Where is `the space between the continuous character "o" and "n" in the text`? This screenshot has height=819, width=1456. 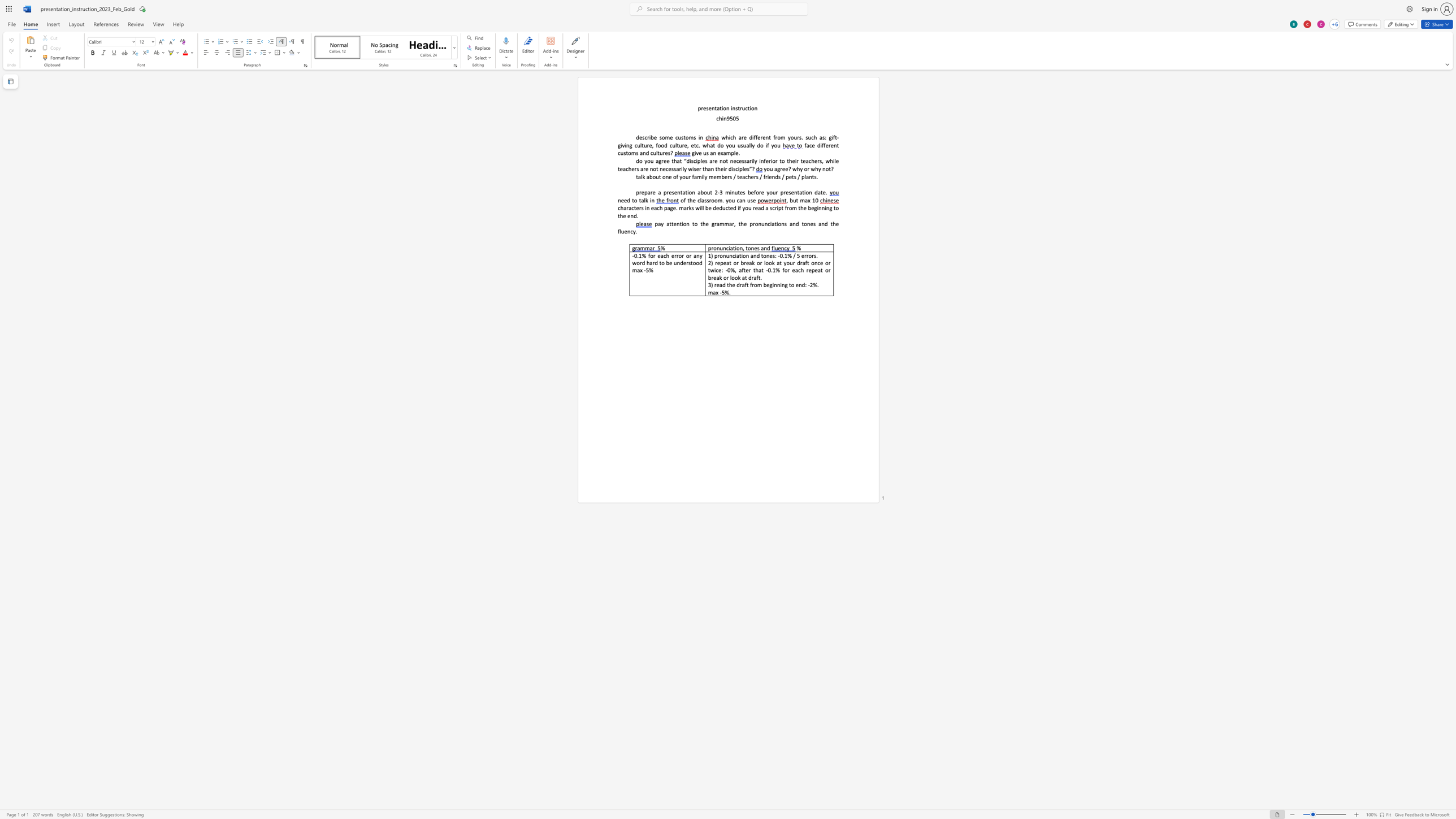
the space between the continuous character "o" and "n" in the text is located at coordinates (809, 192).